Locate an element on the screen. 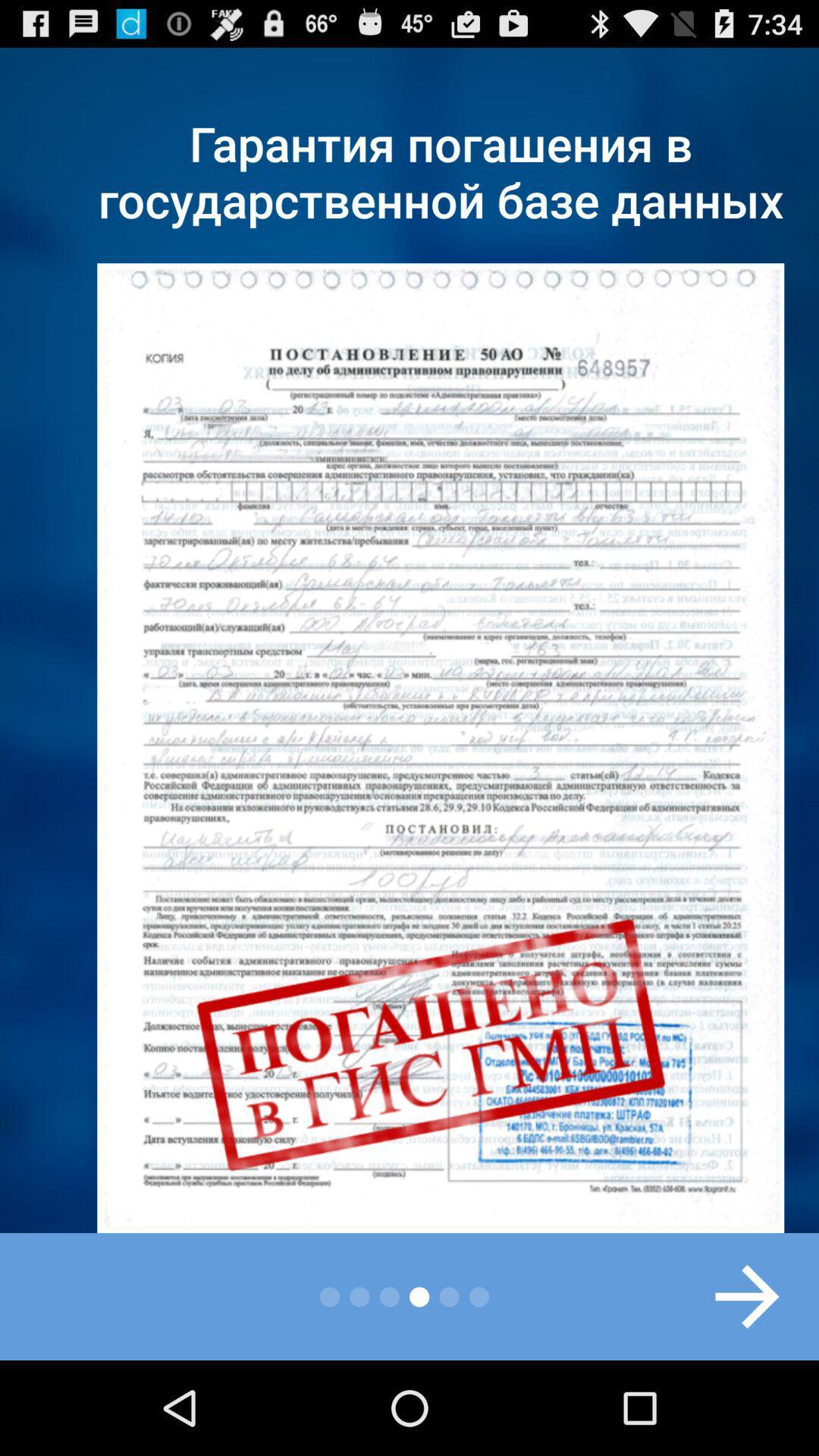 The width and height of the screenshot is (819, 1456). the item at the bottom right corner is located at coordinates (730, 1295).